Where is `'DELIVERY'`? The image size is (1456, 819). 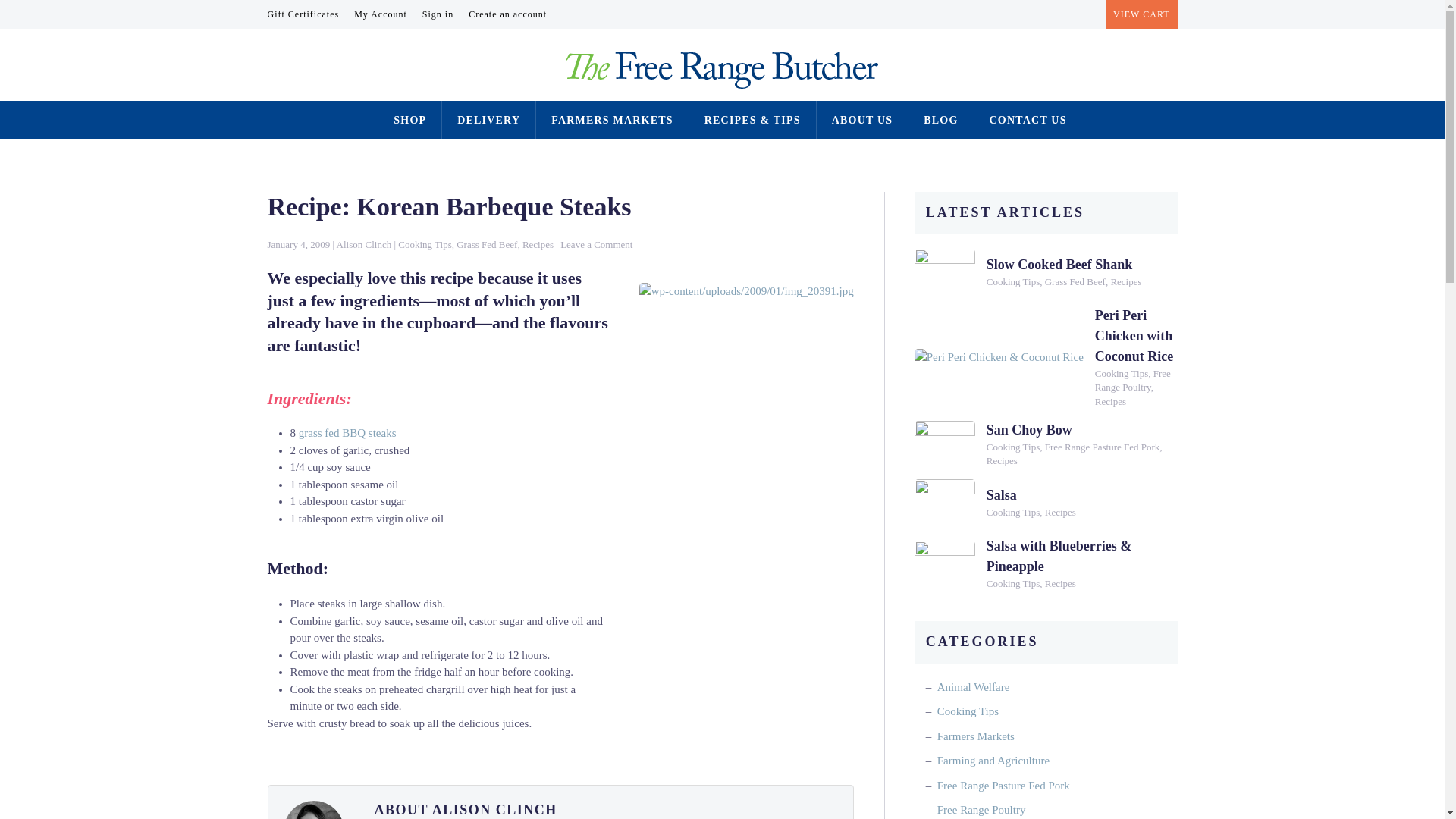 'DELIVERY' is located at coordinates (488, 119).